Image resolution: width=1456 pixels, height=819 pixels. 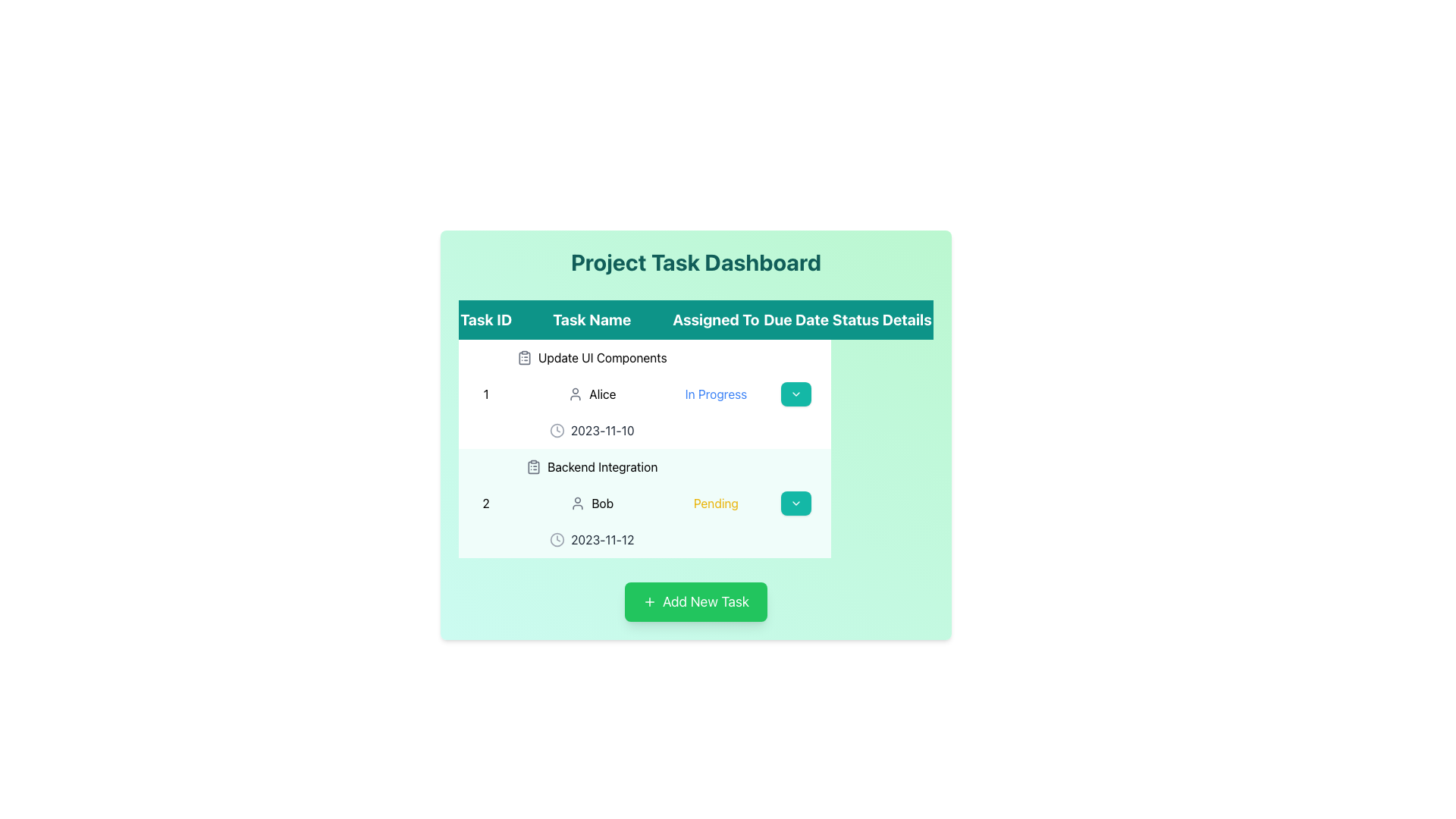 I want to click on the teal green button with a downward-pointing chevron icon, located in the last column of the second row corresponding to Task ID '2' and Task Name 'Backend Integration', so click(x=795, y=503).